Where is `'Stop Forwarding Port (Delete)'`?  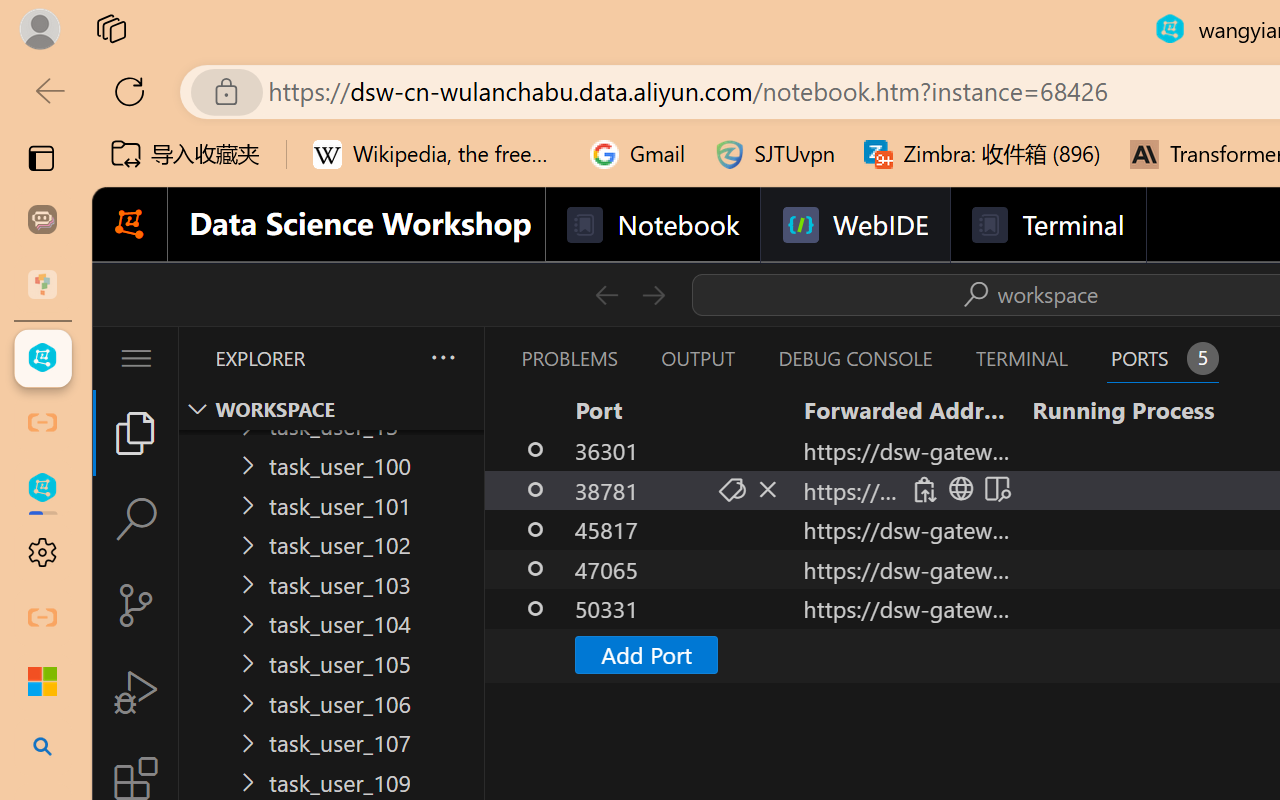
'Stop Forwarding Port (Delete)' is located at coordinates (765, 489).